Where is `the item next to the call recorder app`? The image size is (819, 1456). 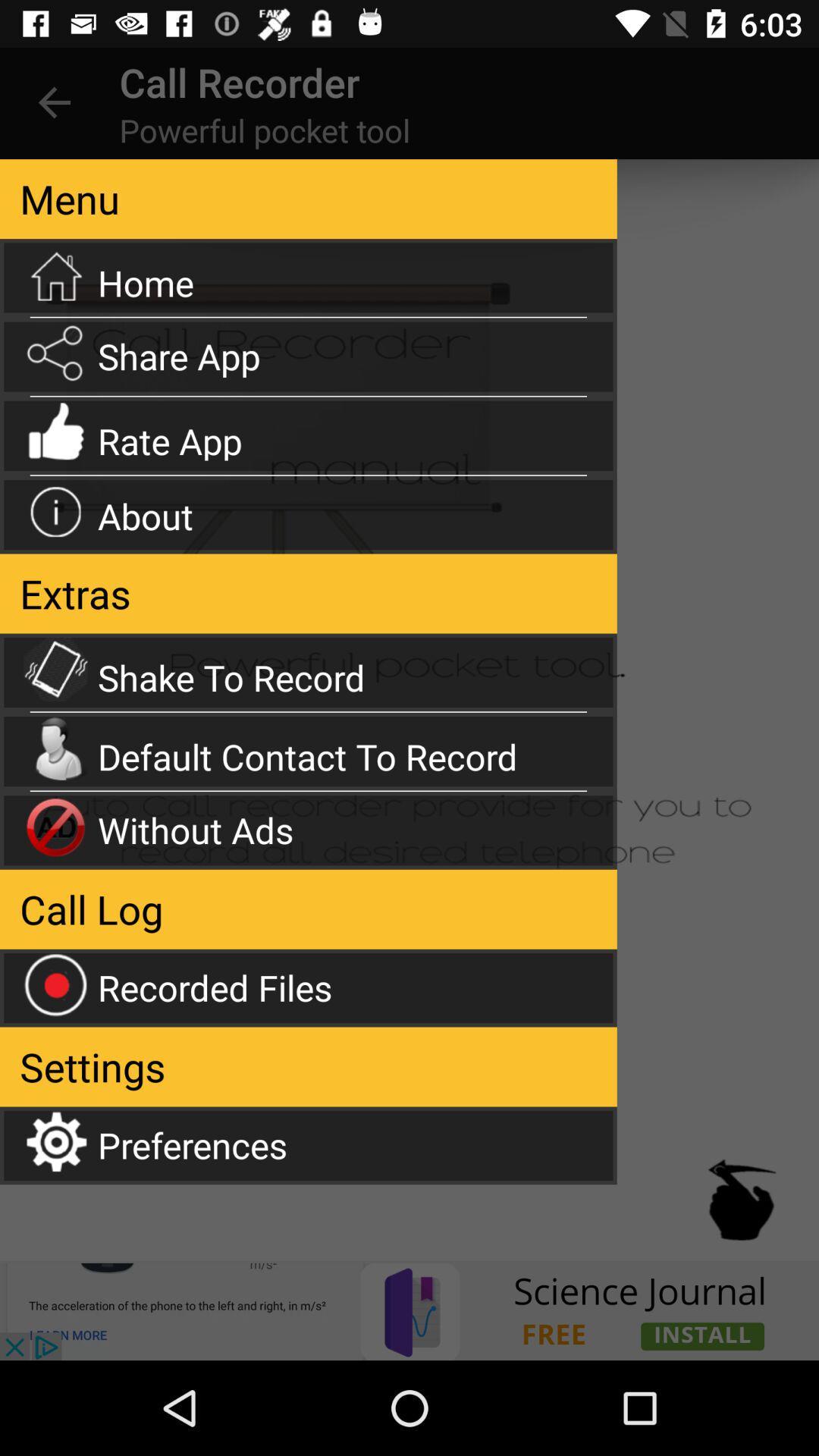
the item next to the call recorder app is located at coordinates (55, 102).